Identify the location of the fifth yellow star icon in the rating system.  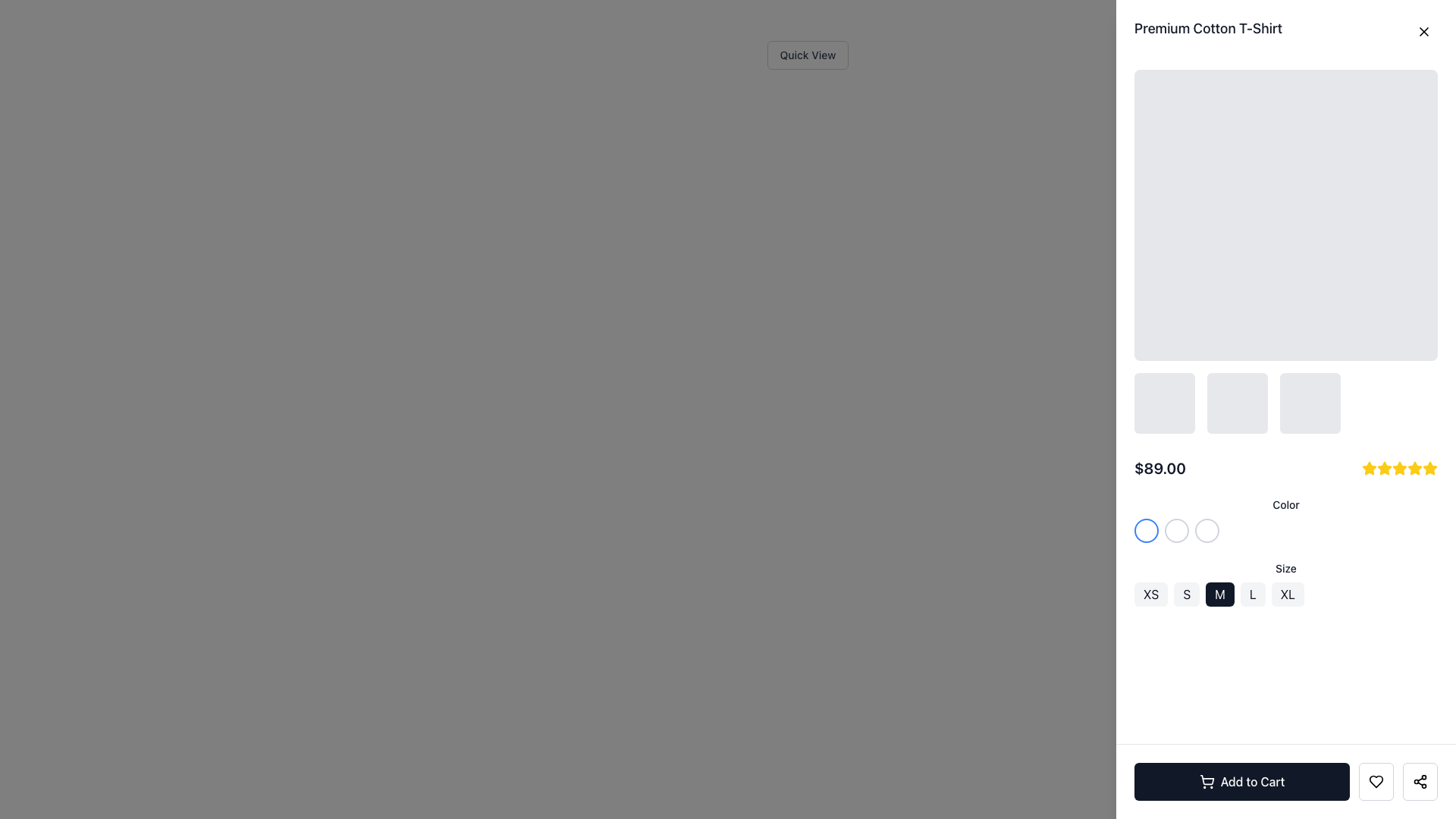
(1414, 467).